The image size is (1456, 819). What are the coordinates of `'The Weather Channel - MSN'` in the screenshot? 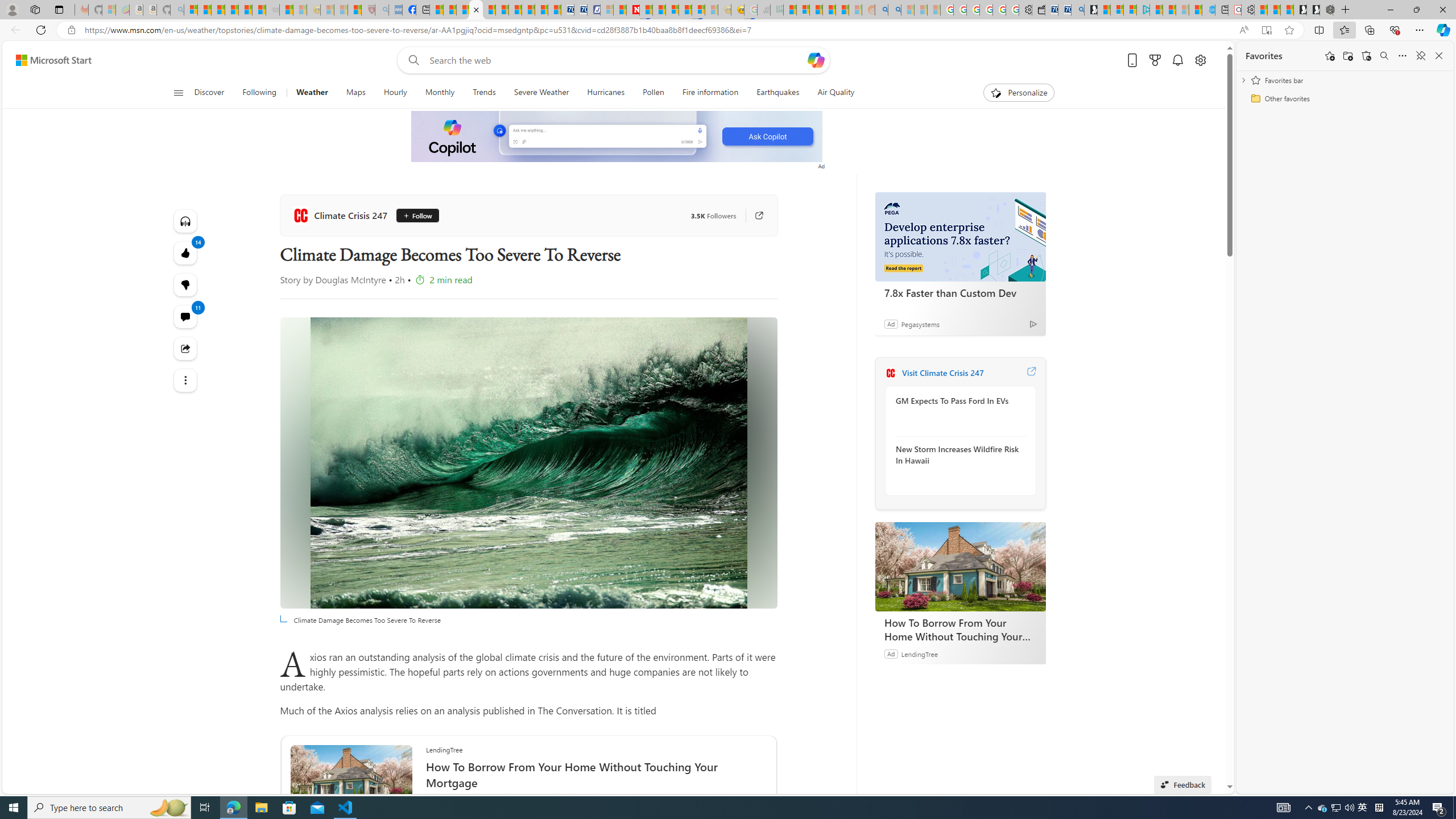 It's located at (218, 9).